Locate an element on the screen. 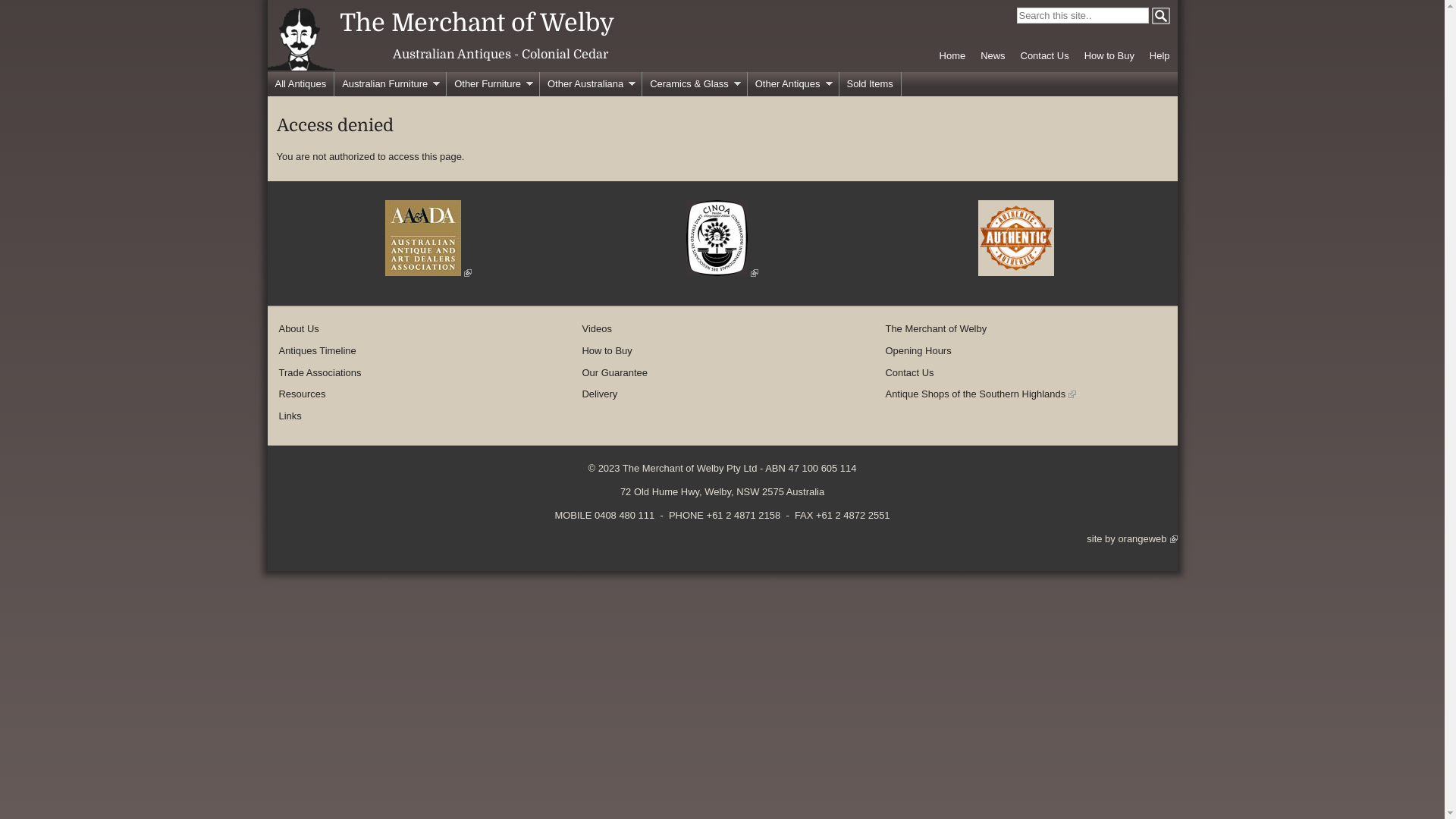  'Home' is located at coordinates (952, 55).